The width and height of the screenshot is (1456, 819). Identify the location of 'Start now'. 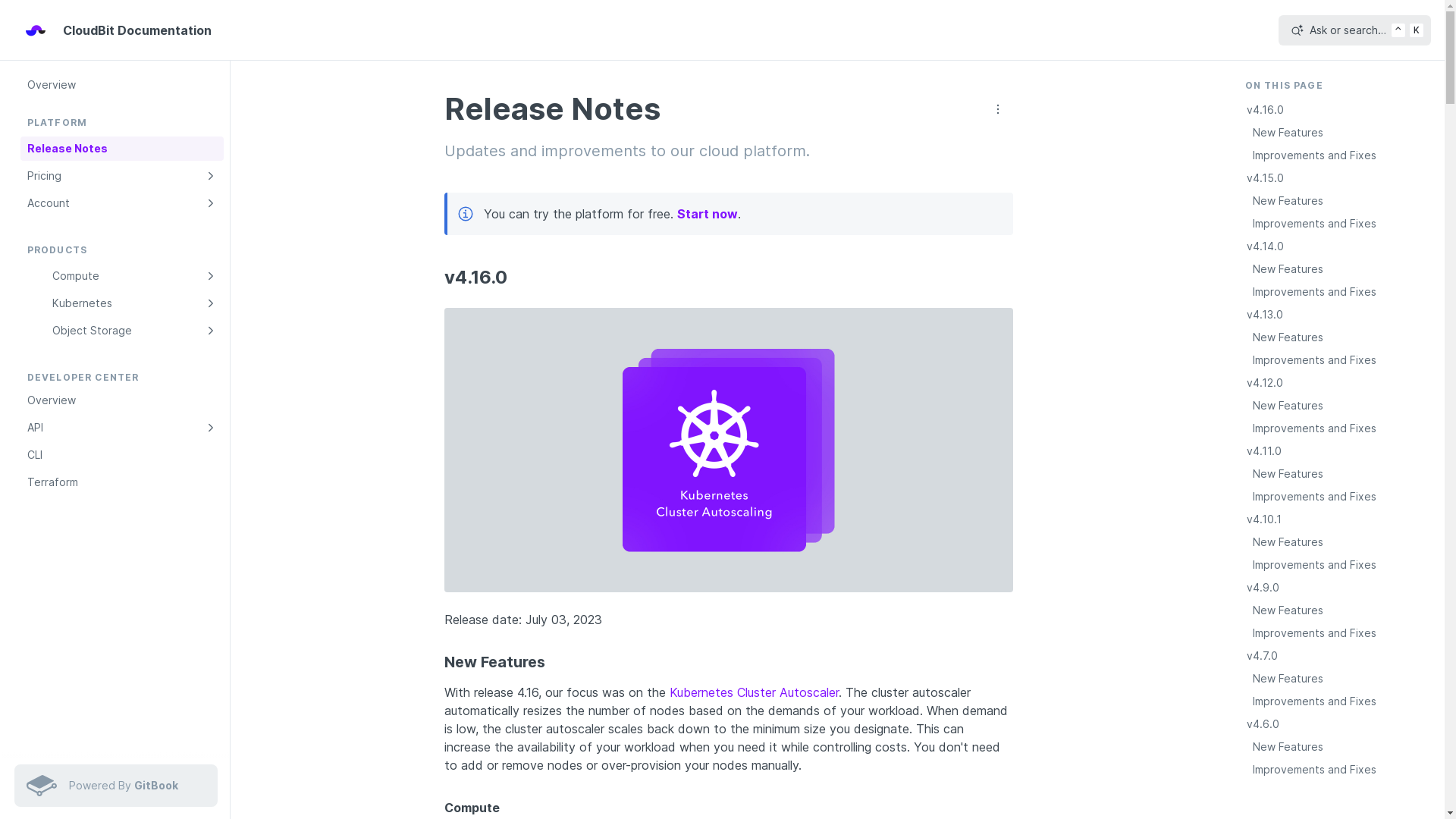
(676, 213).